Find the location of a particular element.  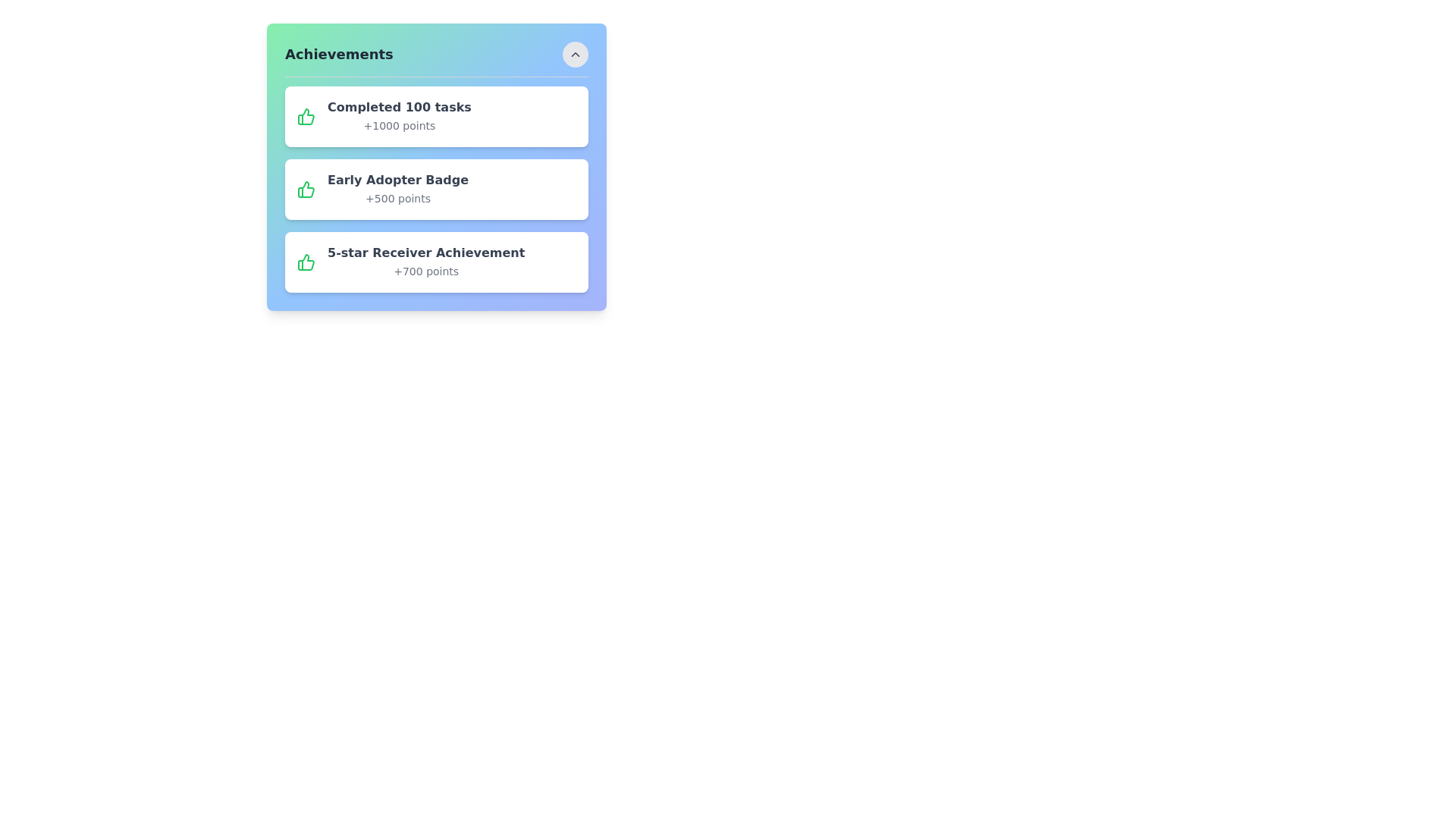

the accomplishment icon on the left side of the first card in the achievements list, which indicates the positive outcome of 'Completed 100 tasks' and '+1000 points' is located at coordinates (305, 116).